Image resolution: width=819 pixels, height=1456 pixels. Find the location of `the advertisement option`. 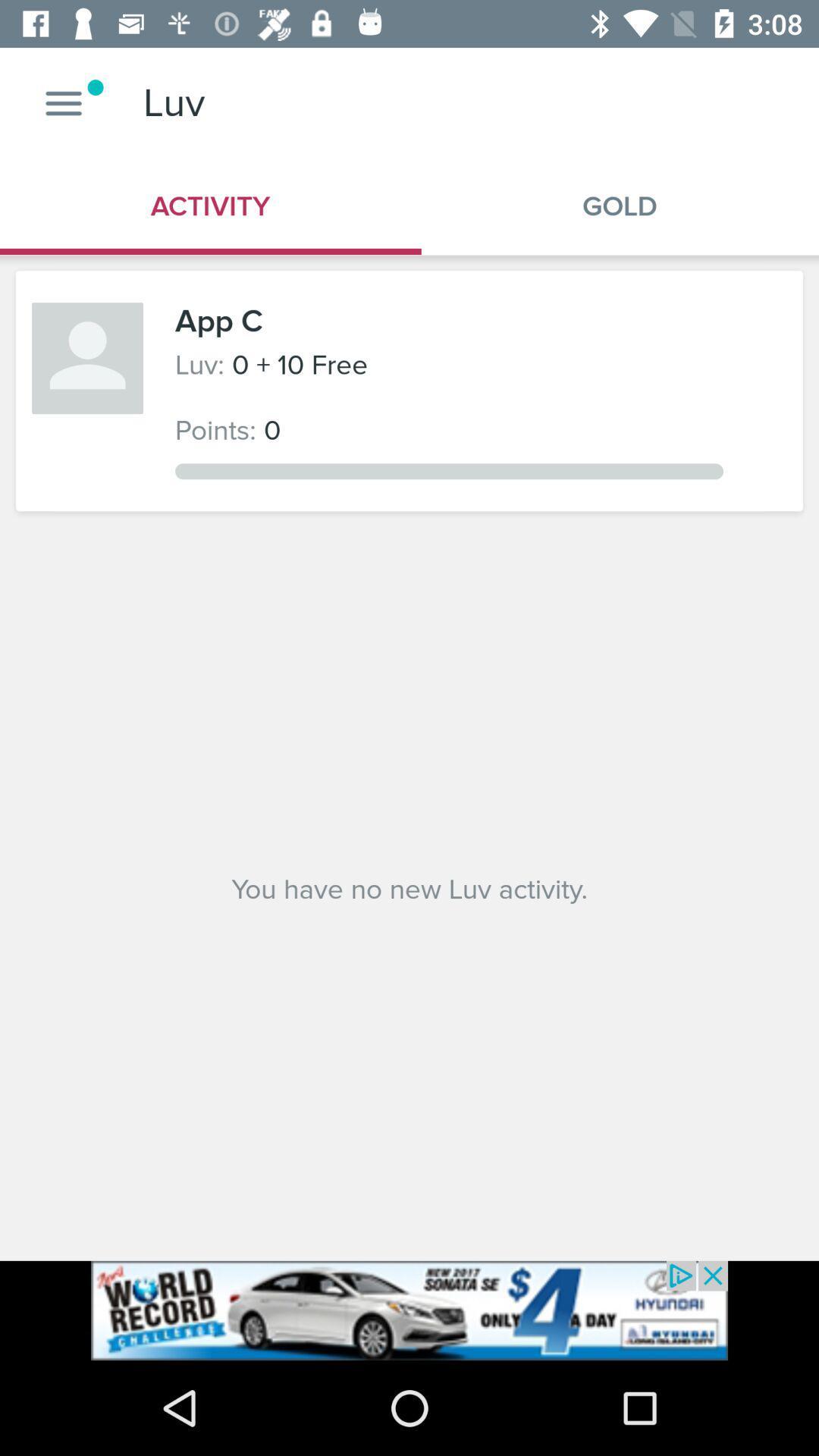

the advertisement option is located at coordinates (409, 1310).